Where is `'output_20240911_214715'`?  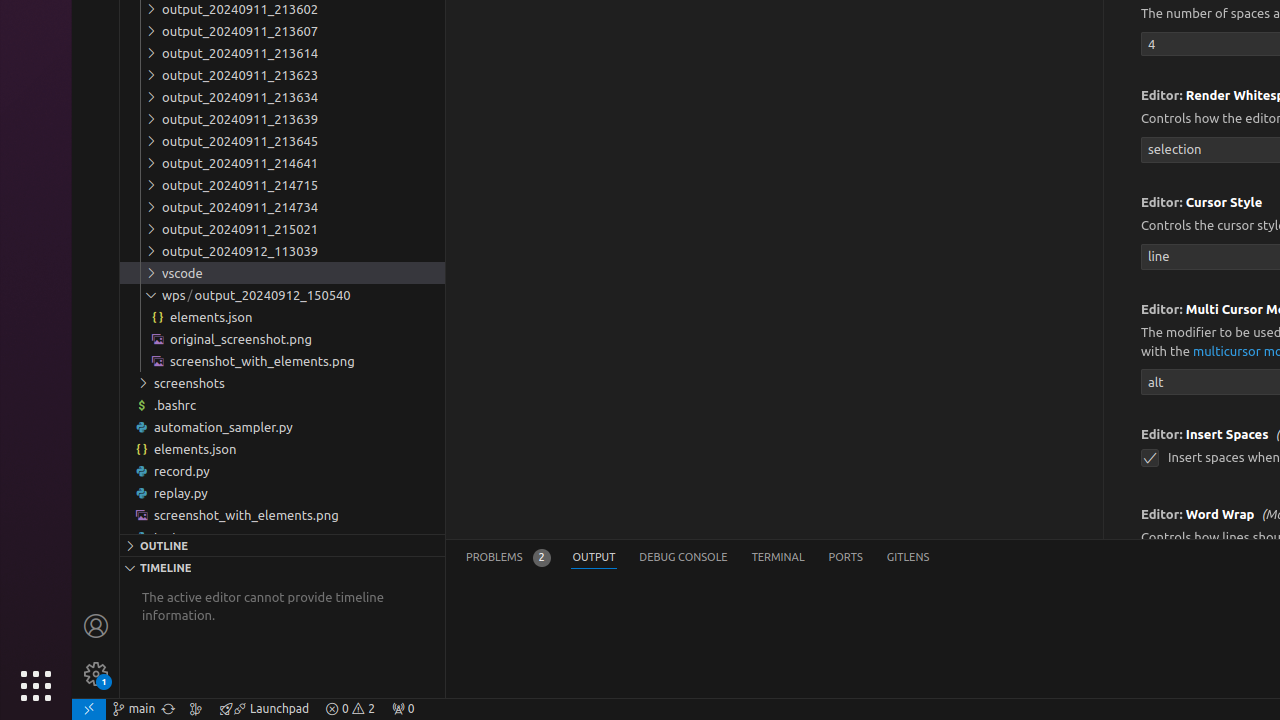 'output_20240911_214715' is located at coordinates (281, 184).